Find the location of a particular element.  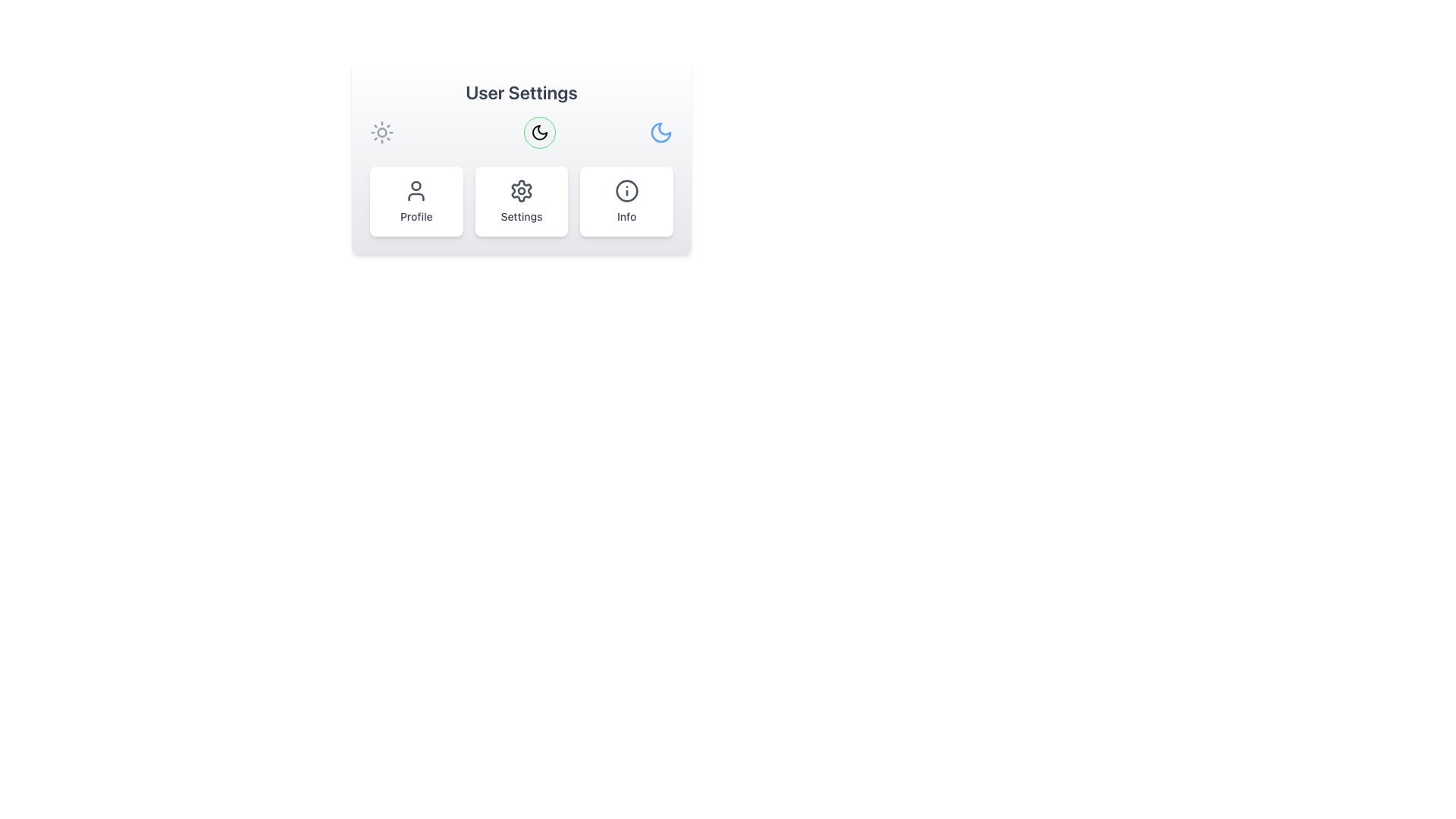

the A toggle button located in the 'User Settings' section is located at coordinates (539, 131).